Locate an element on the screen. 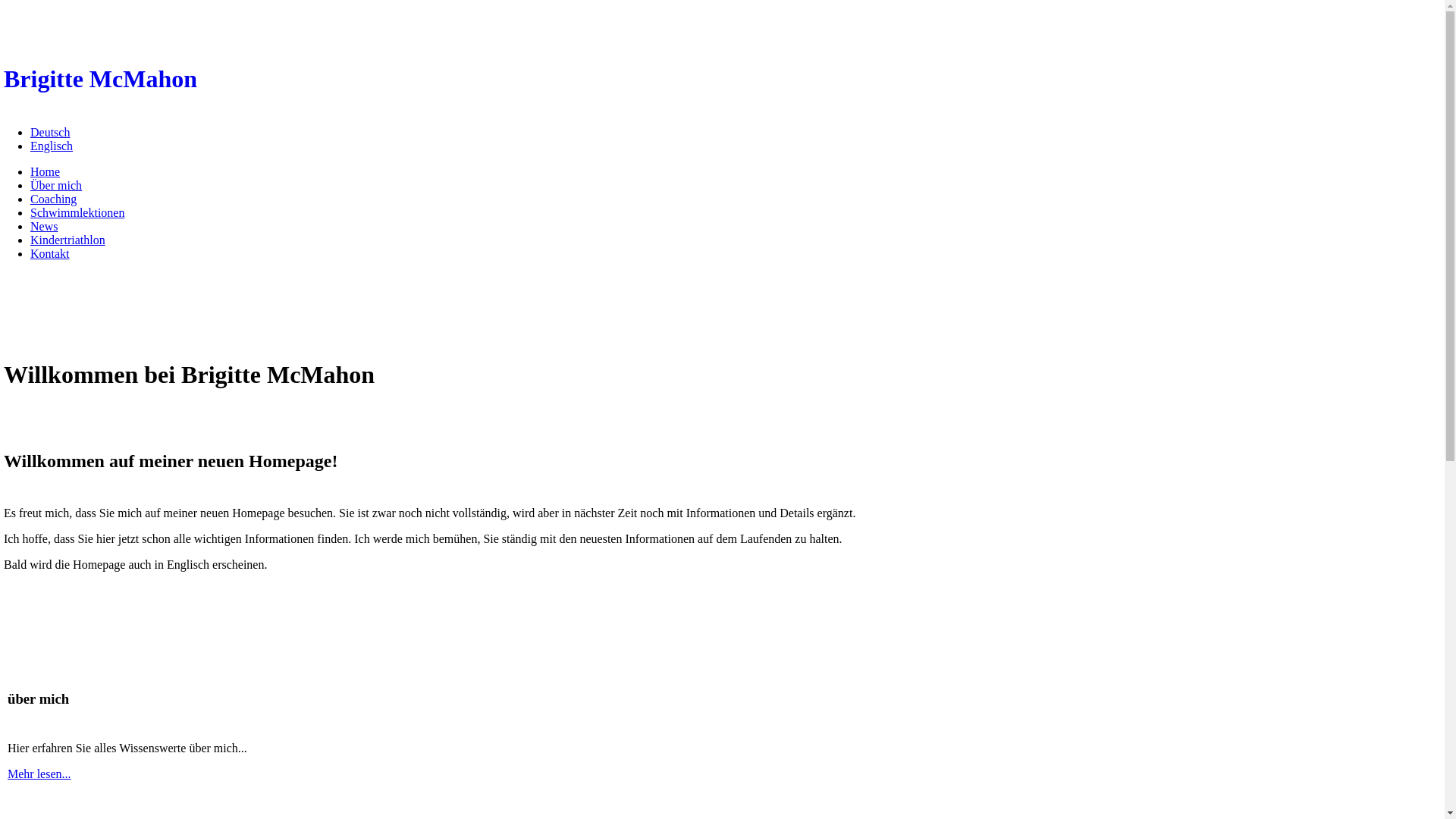  'Kontakt' is located at coordinates (50, 253).